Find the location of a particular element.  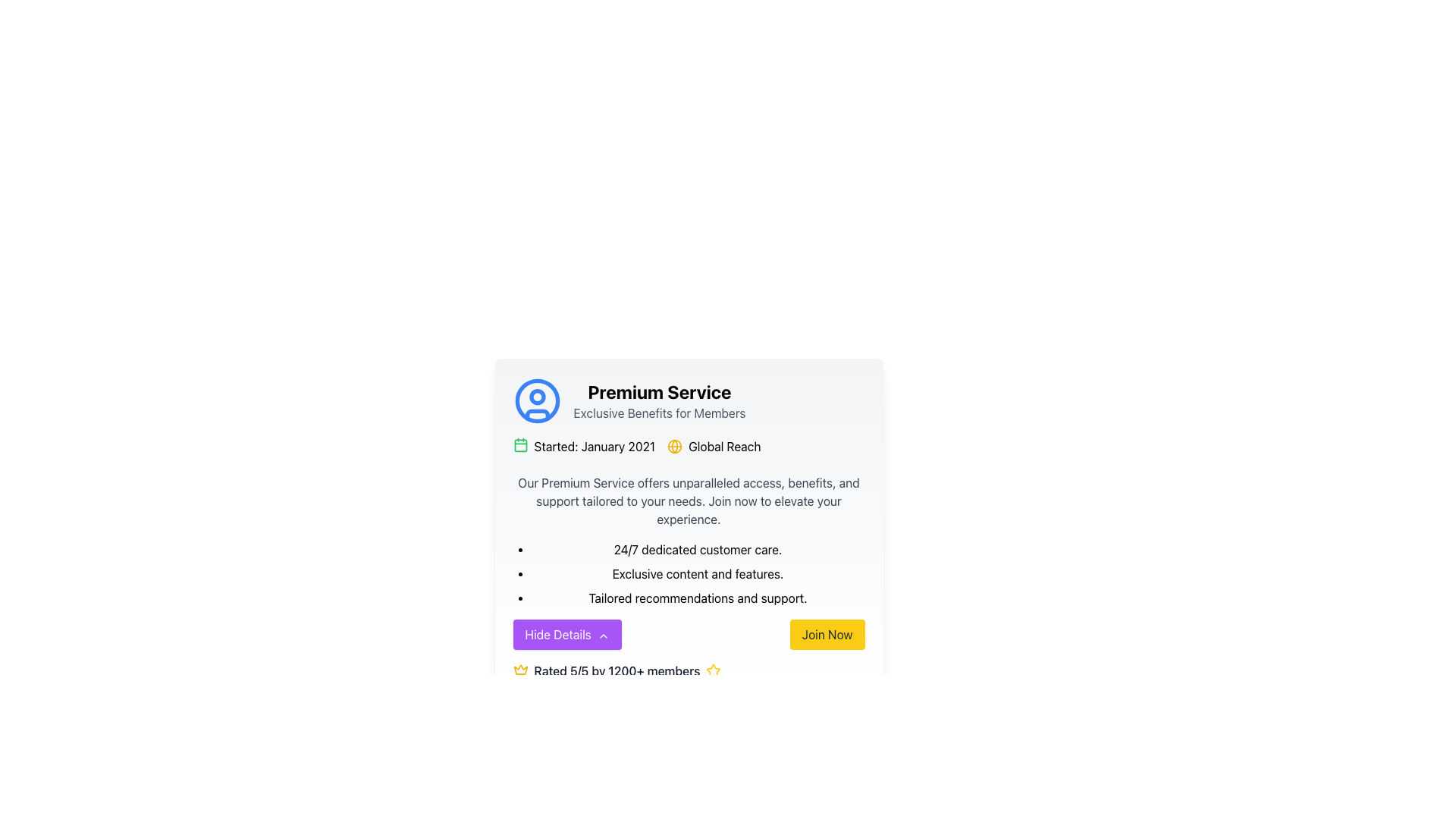

the header element titled 'Premium Service' with the subtitle 'Exclusive Benefits for Members' and an adjacent blue circular user silhouette icon is located at coordinates (688, 400).